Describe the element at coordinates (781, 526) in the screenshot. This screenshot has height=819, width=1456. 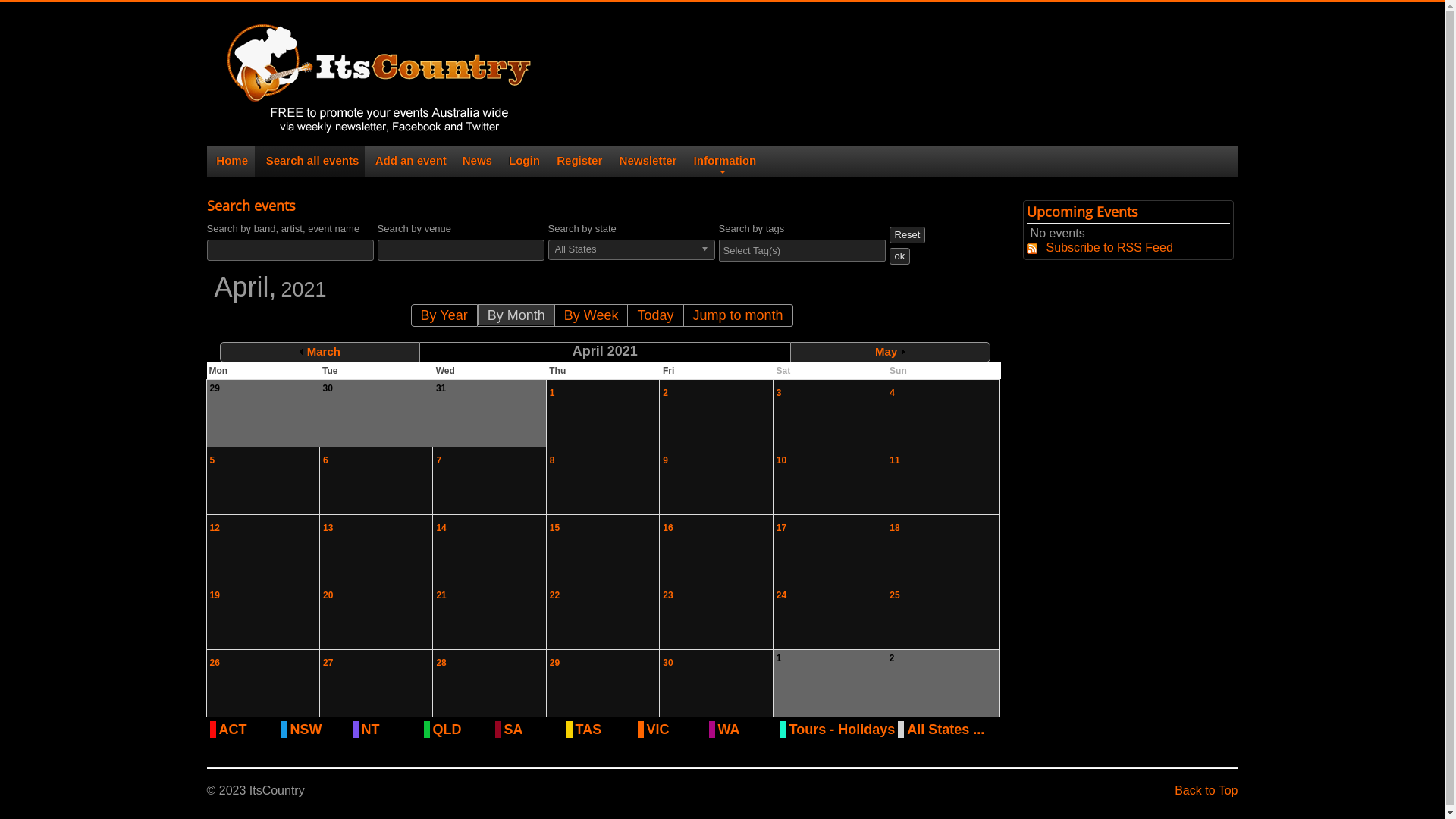
I see `'17'` at that location.